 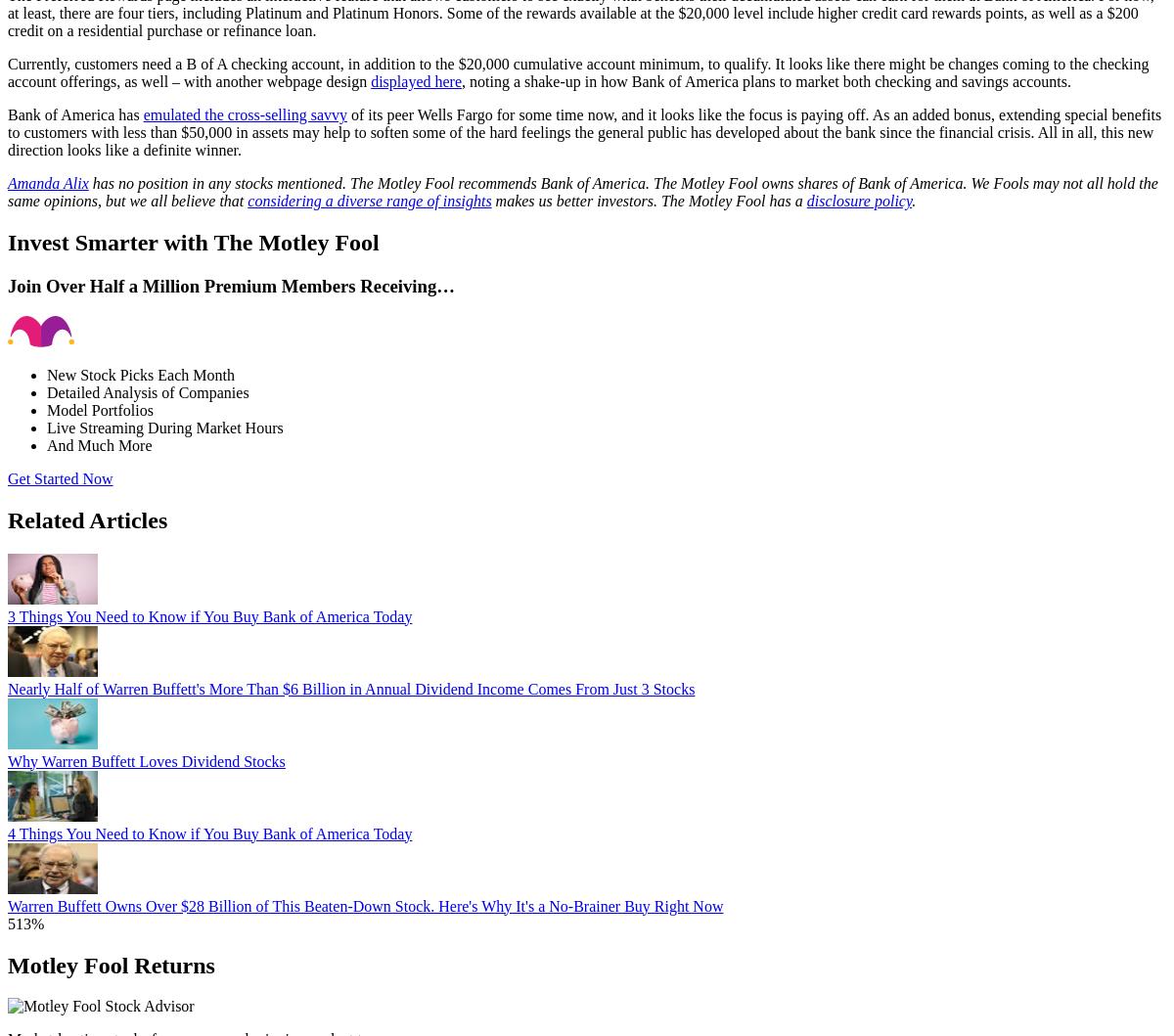 I want to click on 'Join Over Half a Million Premium Members Receiving…', so click(x=230, y=286).